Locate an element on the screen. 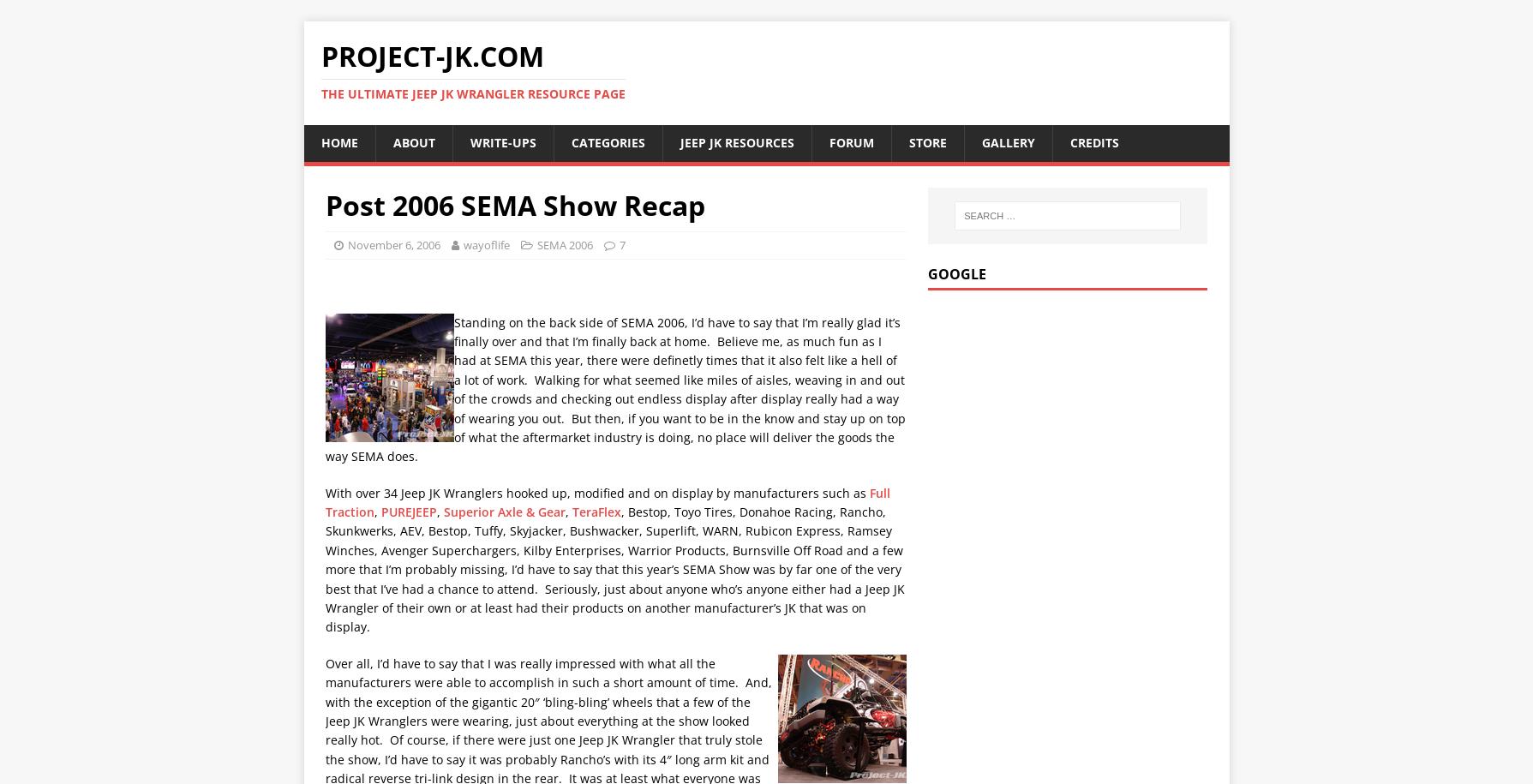 The image size is (1533, 784). 'wayoflife' is located at coordinates (461, 244).